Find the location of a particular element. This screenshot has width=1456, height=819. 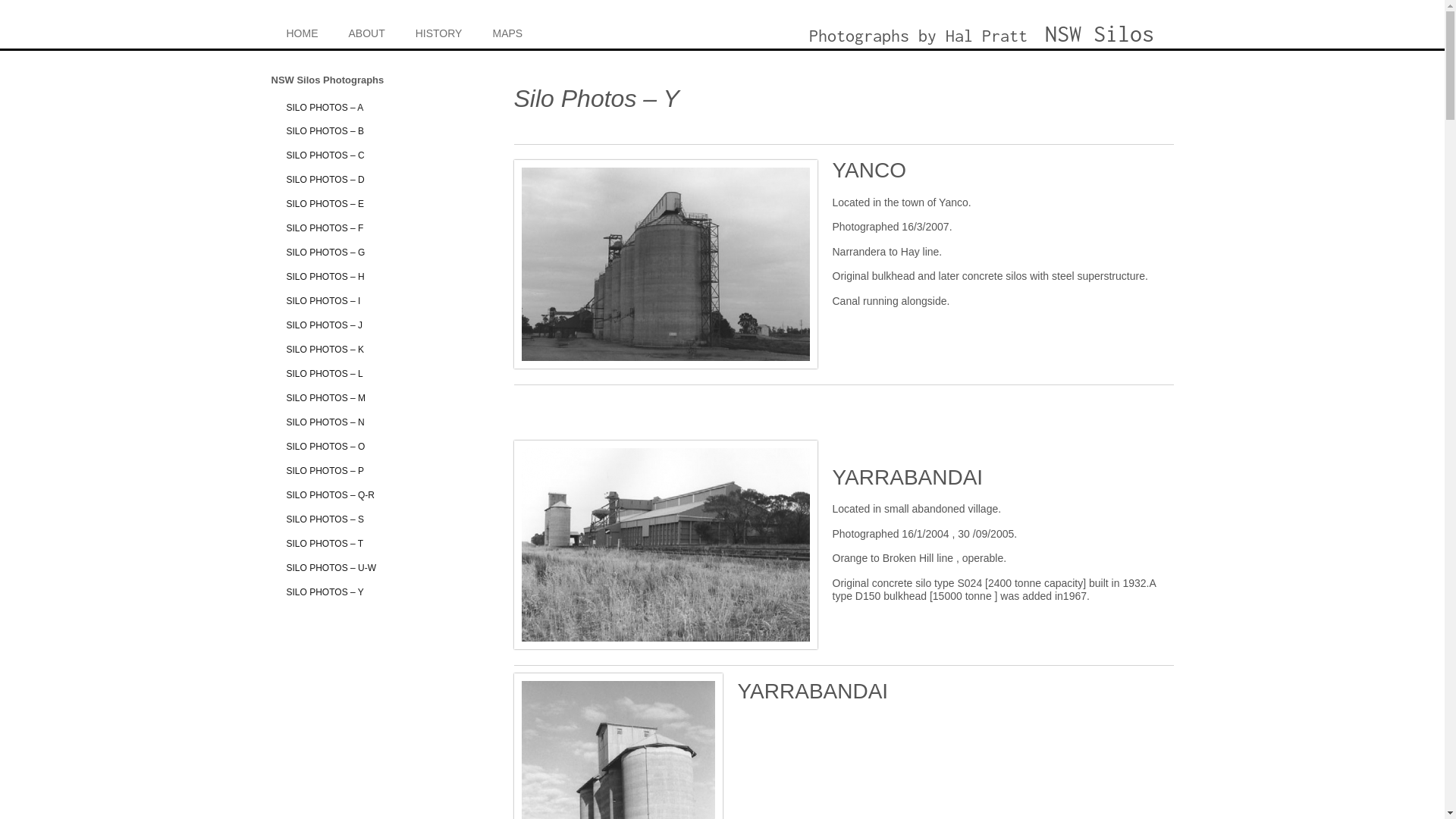

'MAPS' is located at coordinates (507, 31).